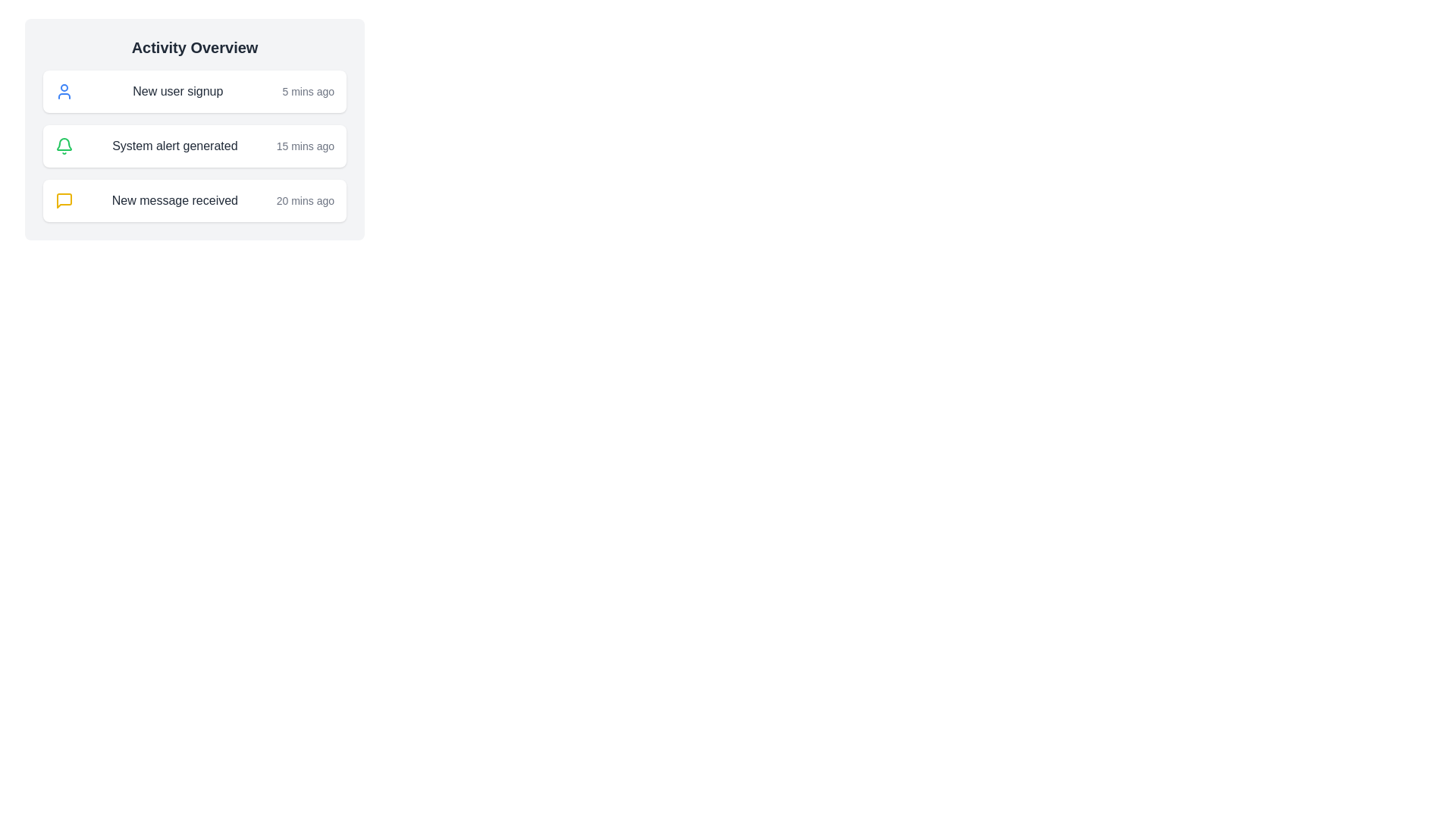  What do you see at coordinates (177, 91) in the screenshot?
I see `the 'New user signup' text label` at bounding box center [177, 91].